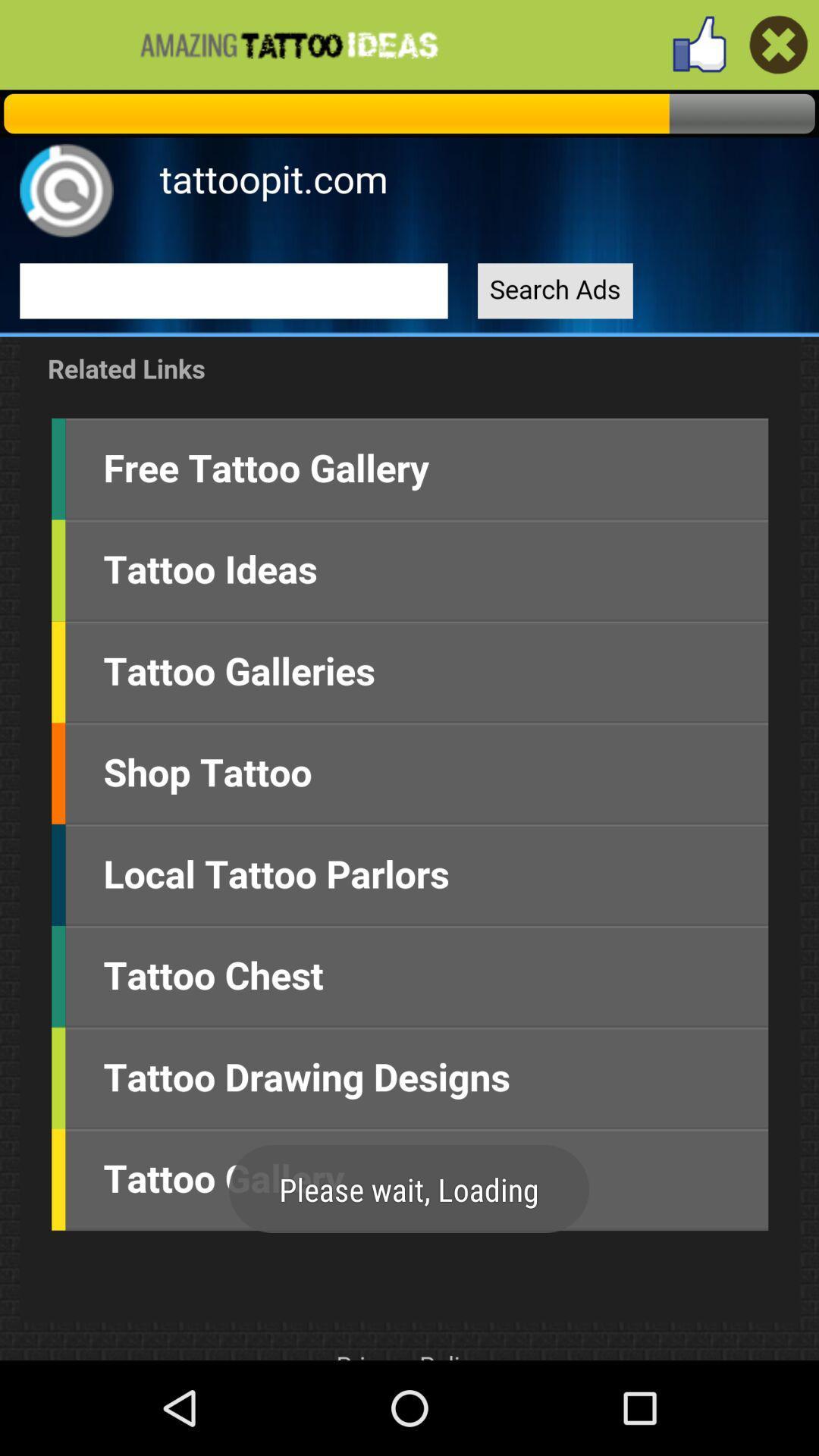 The width and height of the screenshot is (819, 1456). I want to click on home screen, so click(409, 724).